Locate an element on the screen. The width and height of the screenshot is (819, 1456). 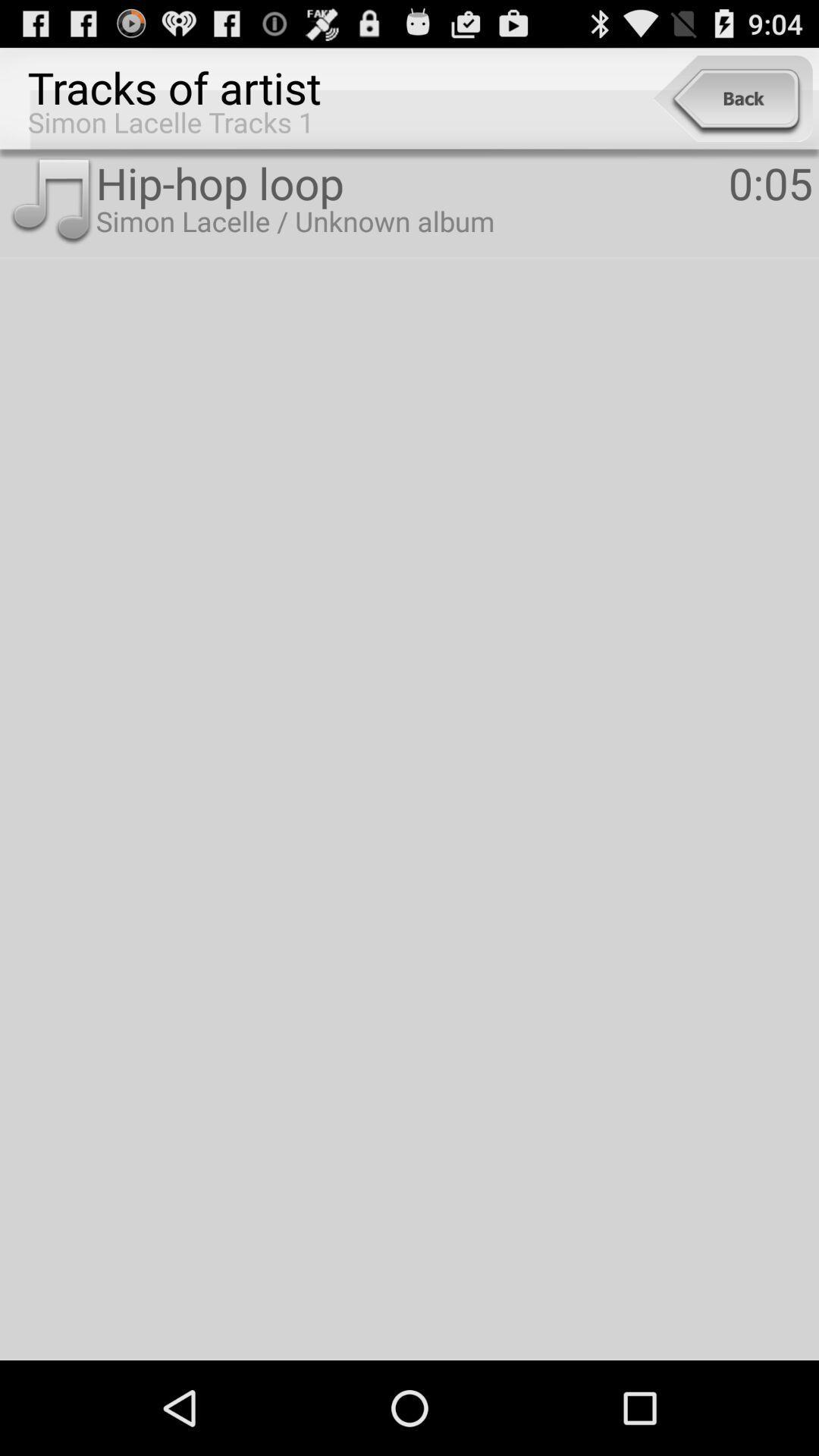
icon to the left of the hip-hop loop item is located at coordinates (50, 201).